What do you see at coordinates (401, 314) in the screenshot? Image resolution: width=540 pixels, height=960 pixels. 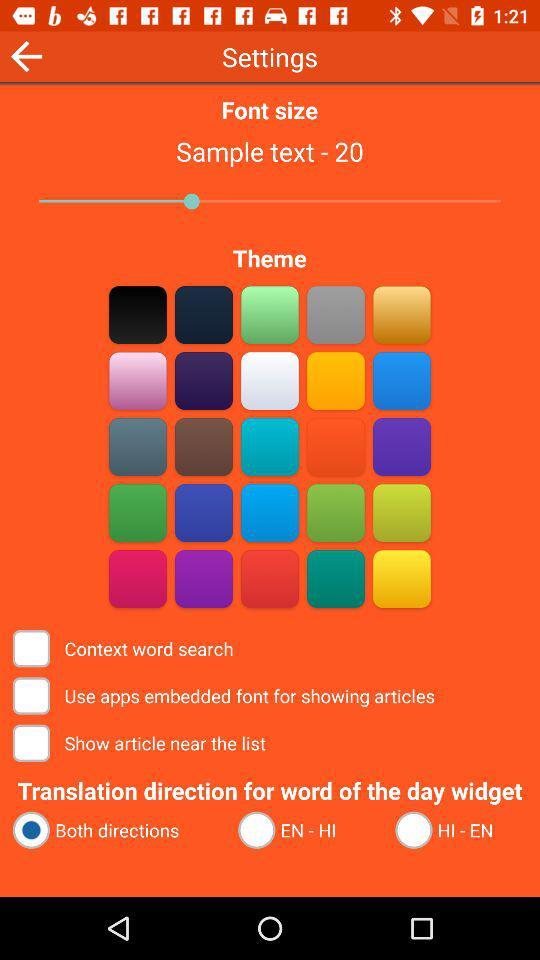 I see `choose light orange` at bounding box center [401, 314].